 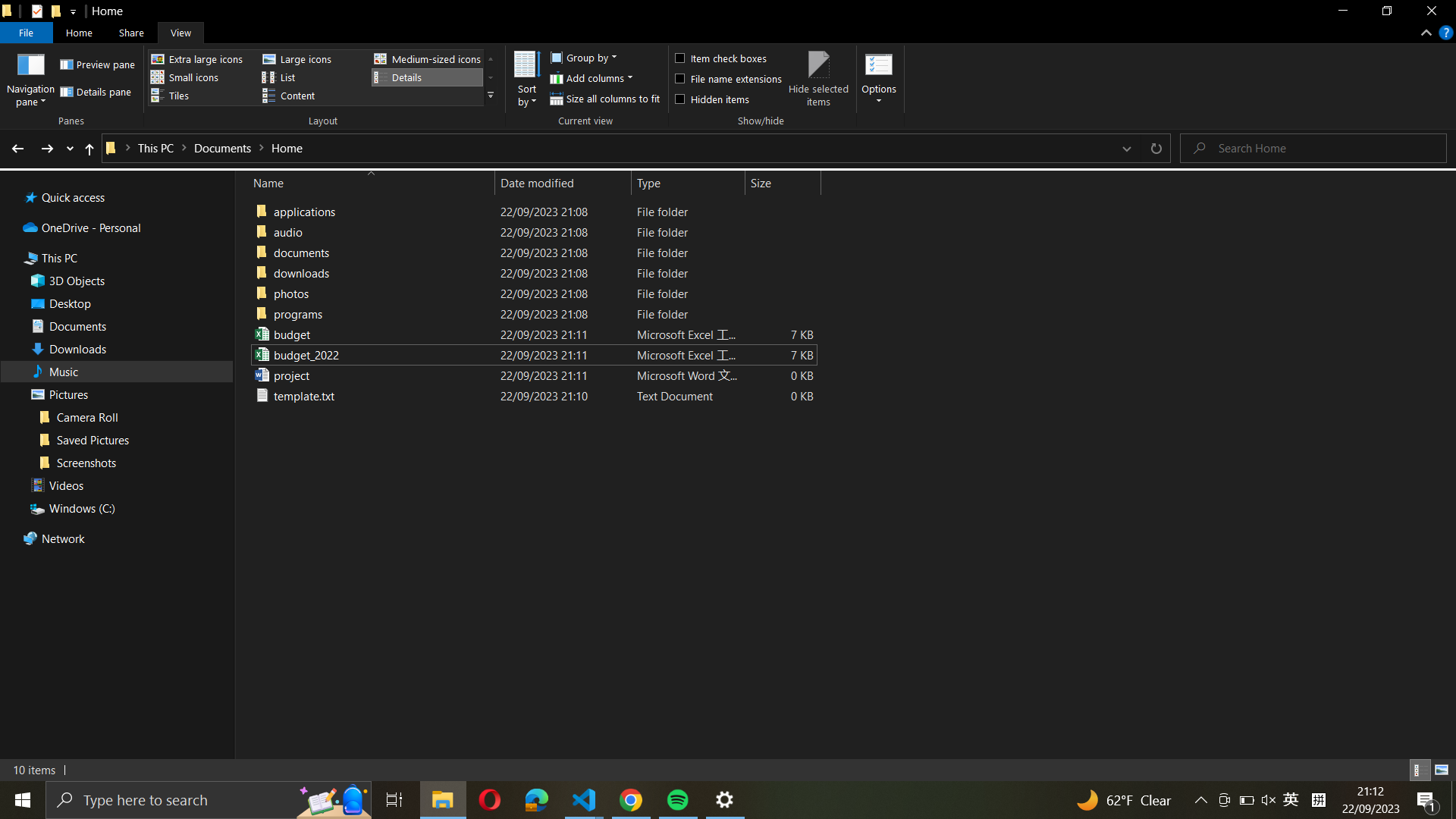 What do you see at coordinates (442, 798) in the screenshot?
I see `Shrink the window using the icon` at bounding box center [442, 798].